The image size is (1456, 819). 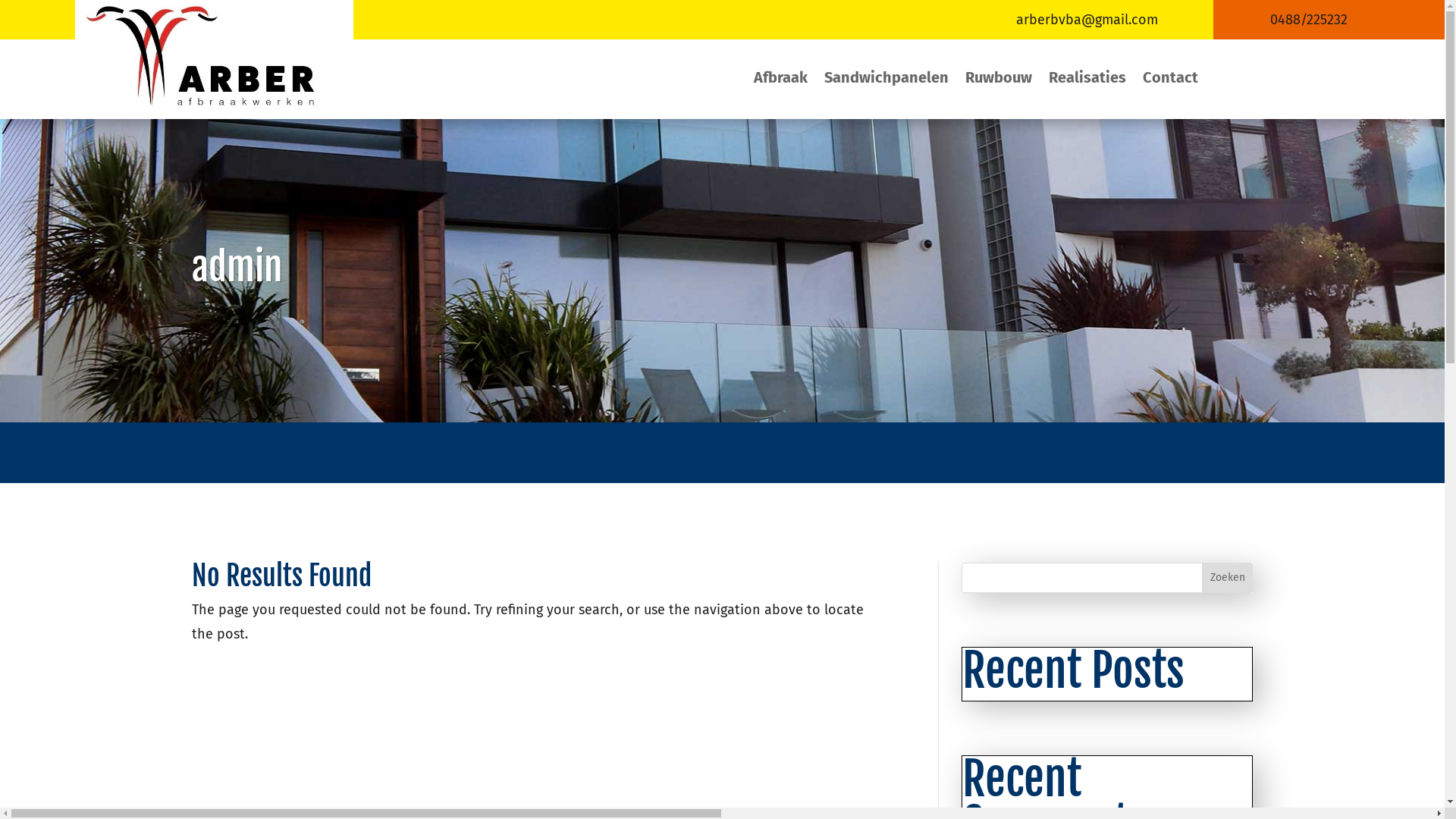 What do you see at coordinates (1169, 80) in the screenshot?
I see `'Contact'` at bounding box center [1169, 80].